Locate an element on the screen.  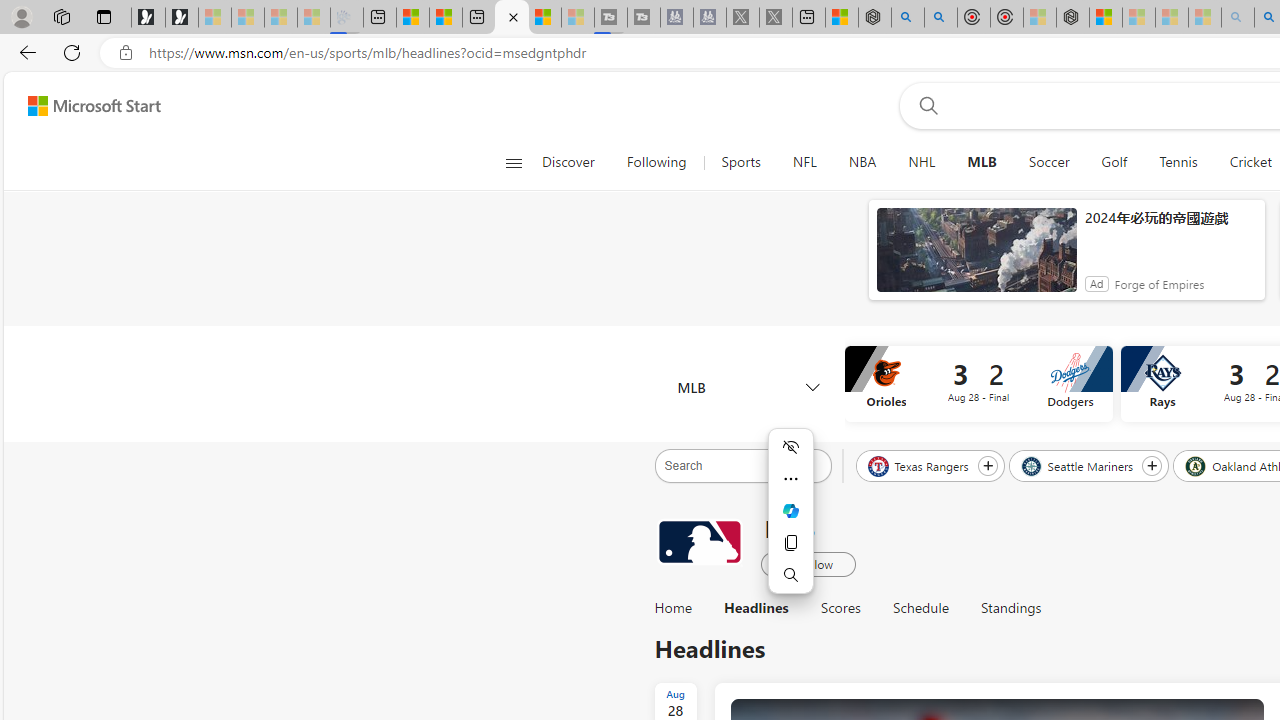
'NFL' is located at coordinates (804, 162).